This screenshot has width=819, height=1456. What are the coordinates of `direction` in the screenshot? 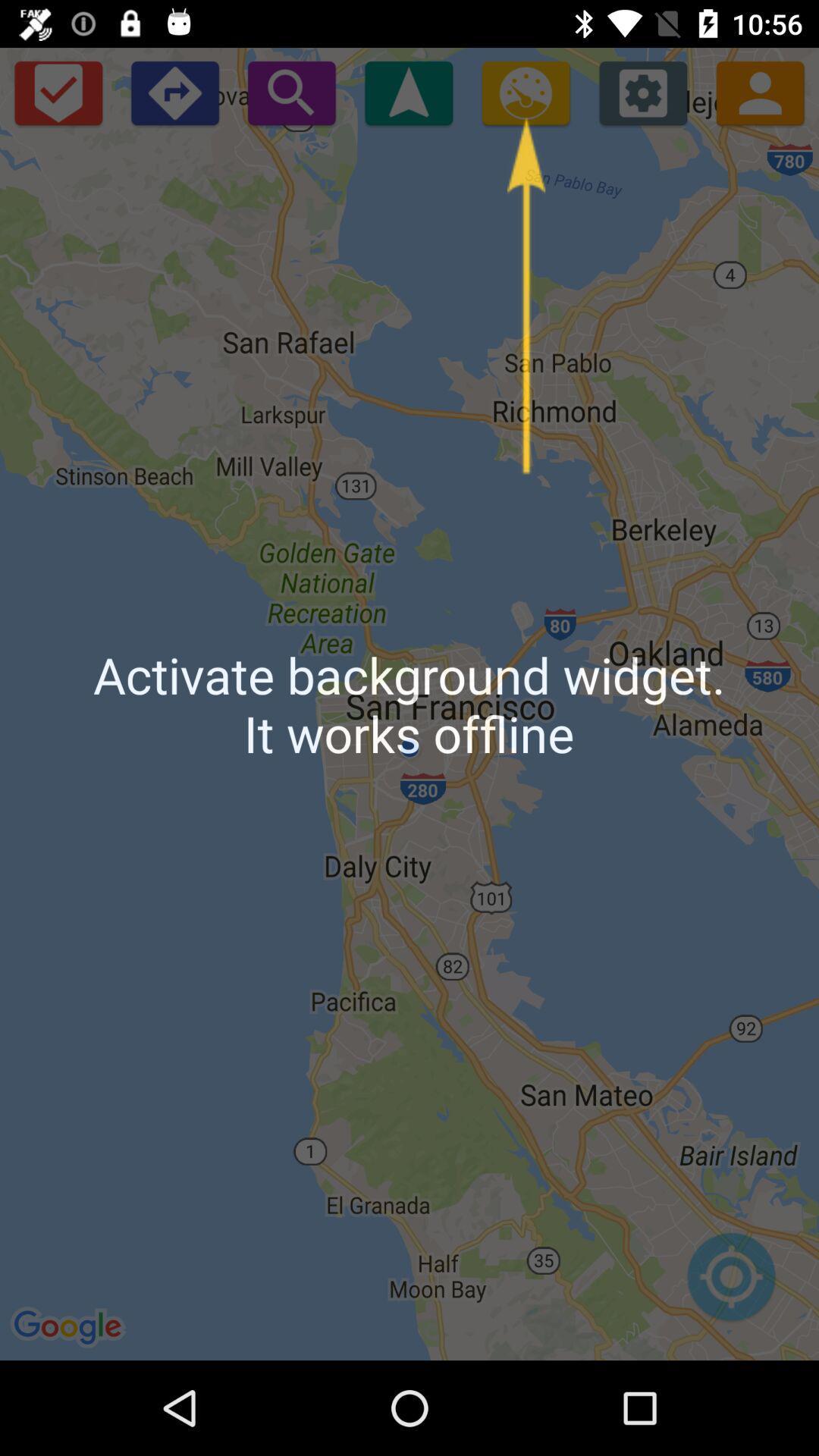 It's located at (174, 92).